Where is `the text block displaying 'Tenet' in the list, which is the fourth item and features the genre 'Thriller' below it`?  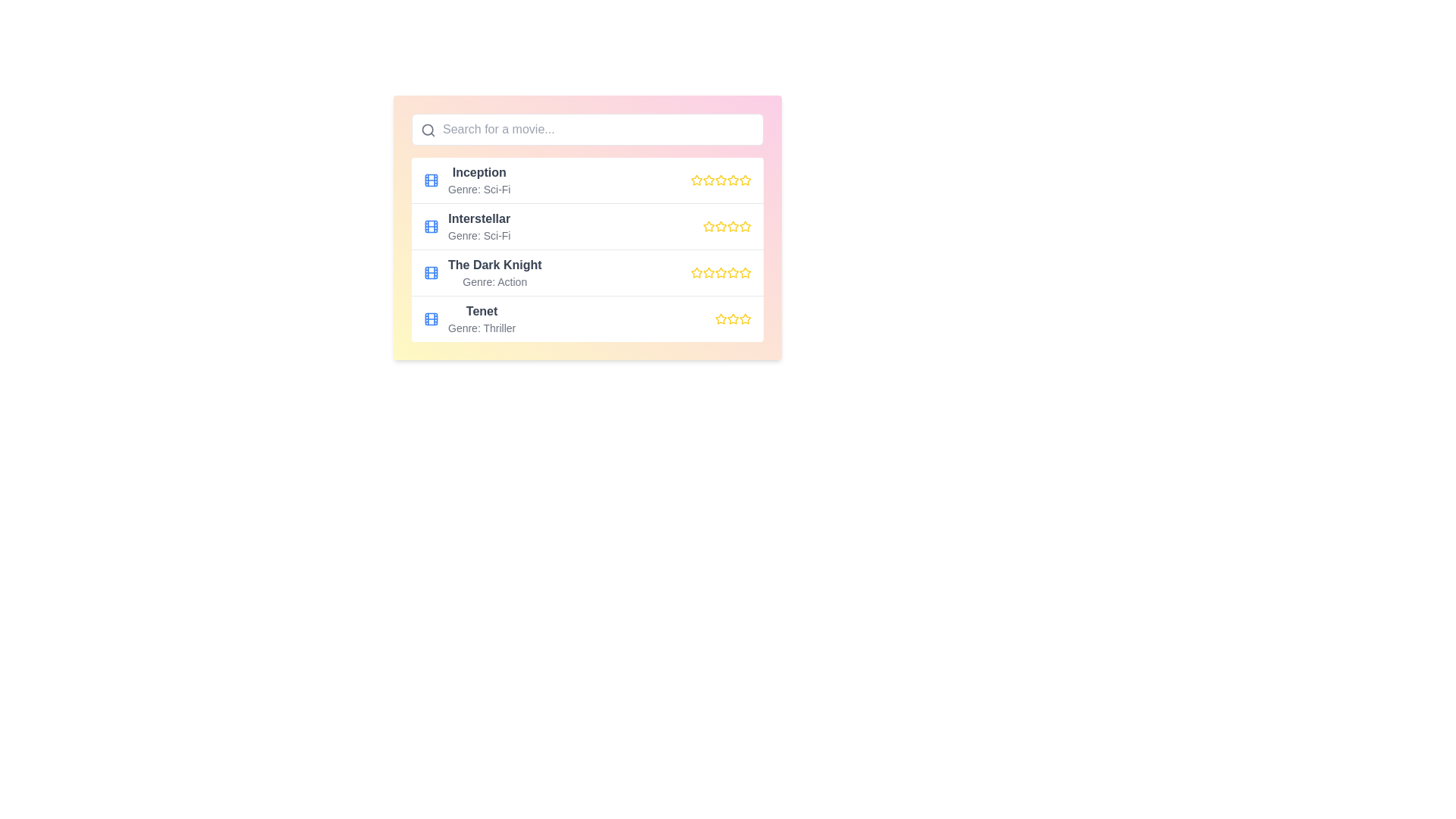
the text block displaying 'Tenet' in the list, which is the fourth item and features the genre 'Thriller' below it is located at coordinates (481, 318).